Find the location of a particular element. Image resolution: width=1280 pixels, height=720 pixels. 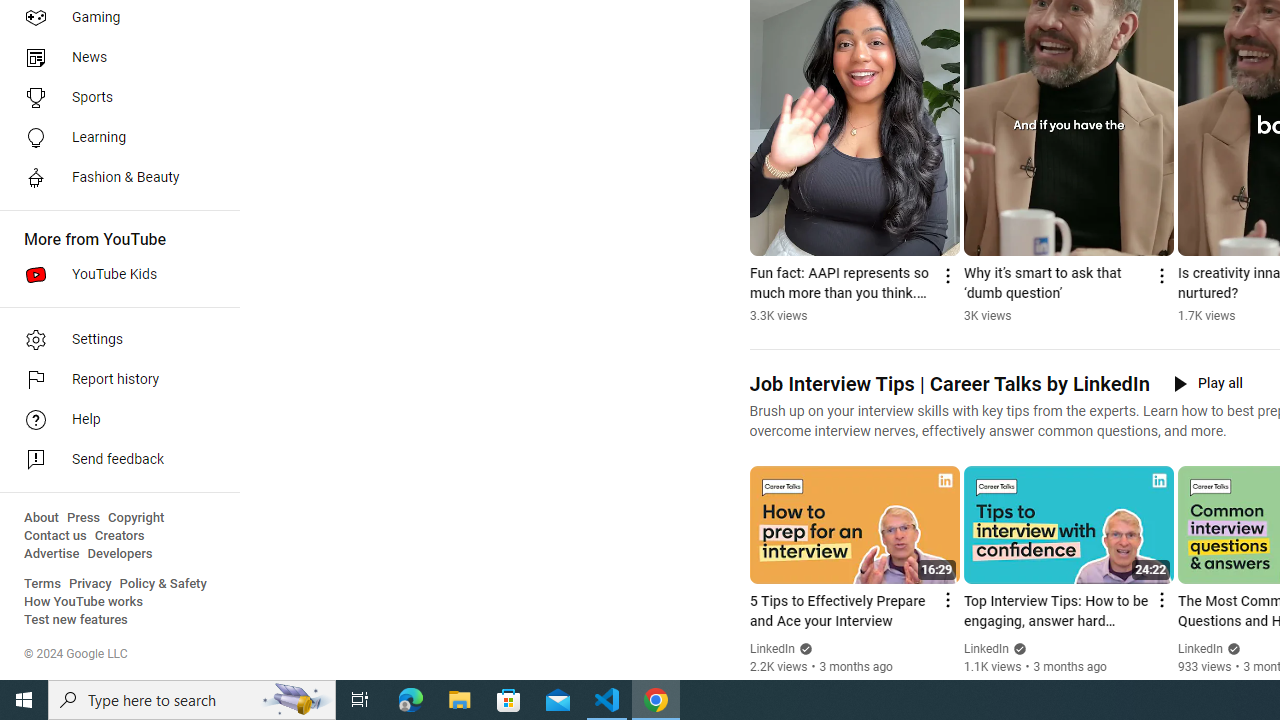

'Send feedback' is located at coordinates (112, 460).